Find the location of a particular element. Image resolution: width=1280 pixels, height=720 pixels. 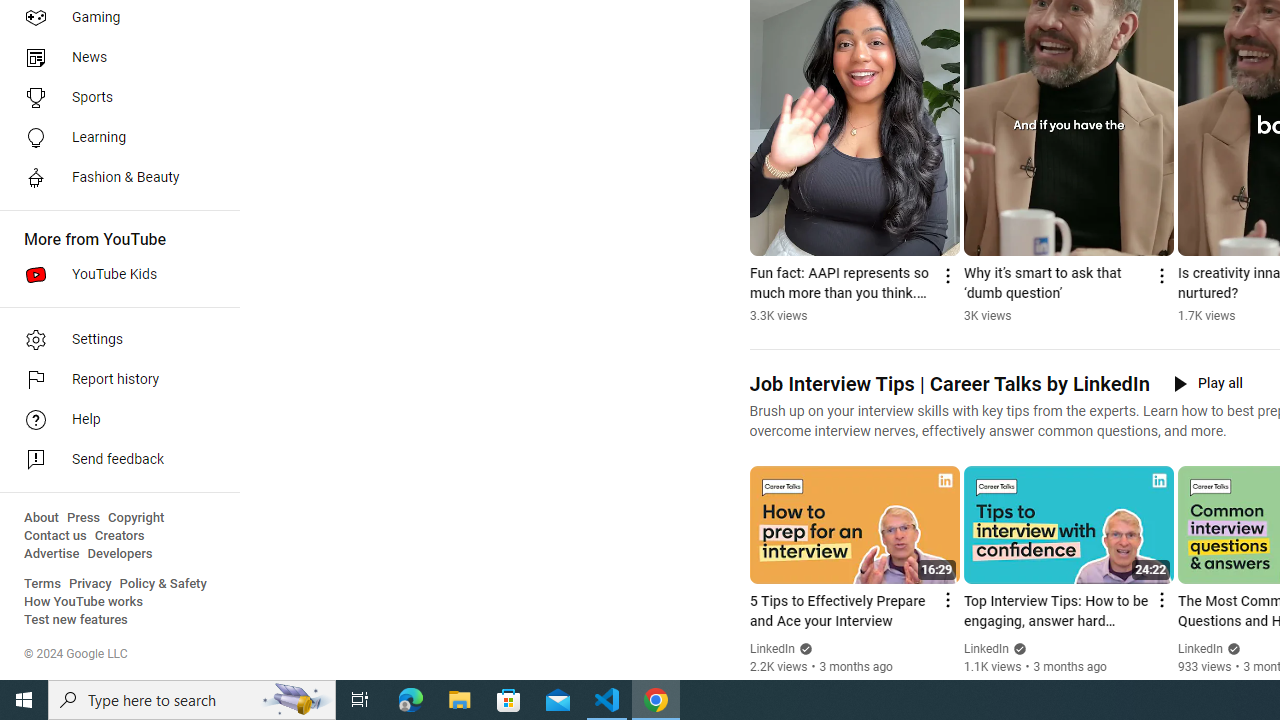

'Send feedback' is located at coordinates (112, 460).